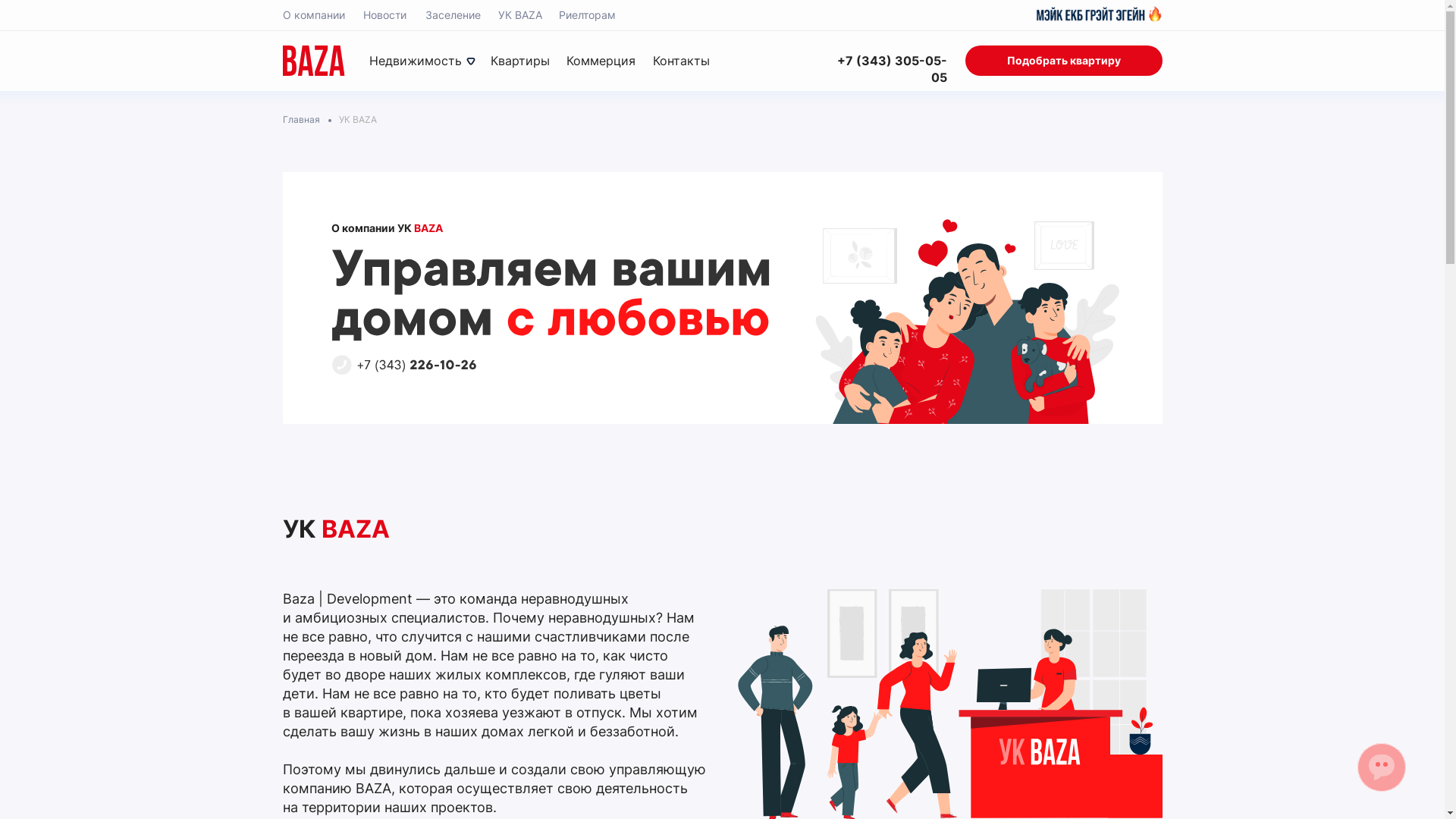 Image resolution: width=1456 pixels, height=819 pixels. I want to click on '+7 (343) 305-05-05', so click(884, 69).